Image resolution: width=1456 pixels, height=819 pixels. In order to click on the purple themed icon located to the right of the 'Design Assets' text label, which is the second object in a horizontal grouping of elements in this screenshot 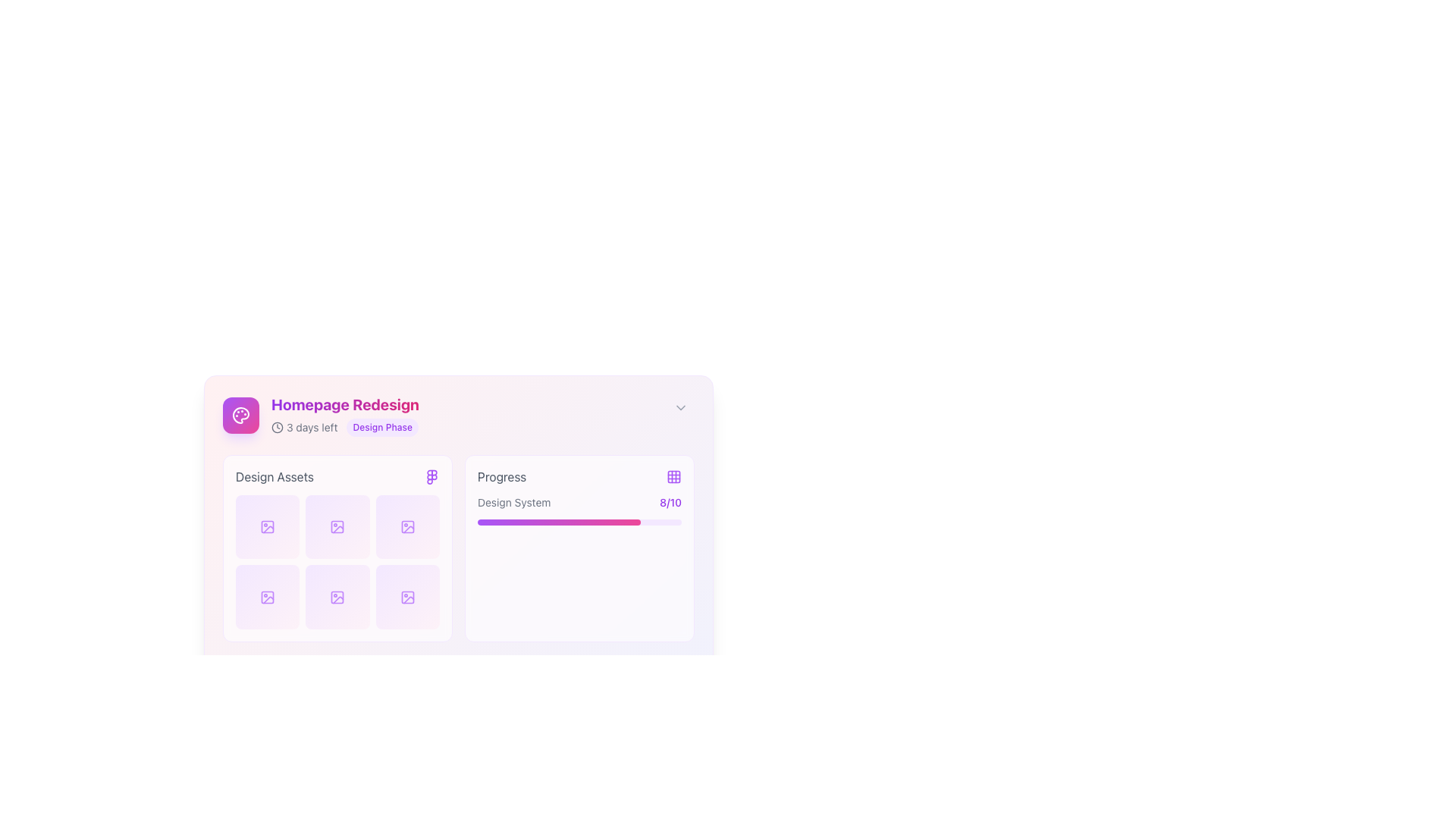, I will do `click(431, 475)`.